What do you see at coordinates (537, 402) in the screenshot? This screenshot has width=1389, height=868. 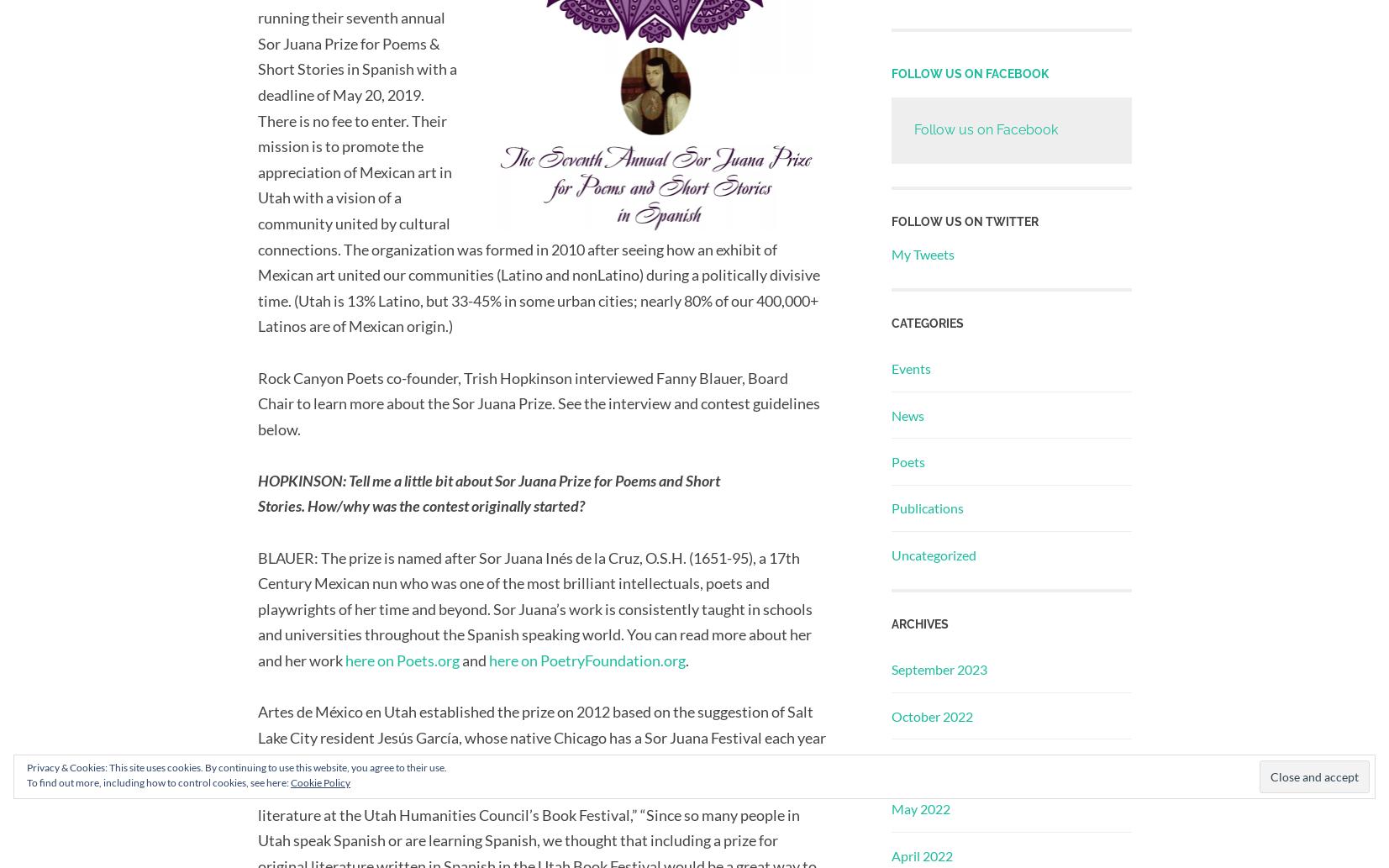 I see `'Rock Canyon Poets co-founder, Trish Hopkinson interviewed Fanny Blauer, Board Chair to learn more about the Sor Juana Prize. See the interview and contest guidelines below.'` at bounding box center [537, 402].